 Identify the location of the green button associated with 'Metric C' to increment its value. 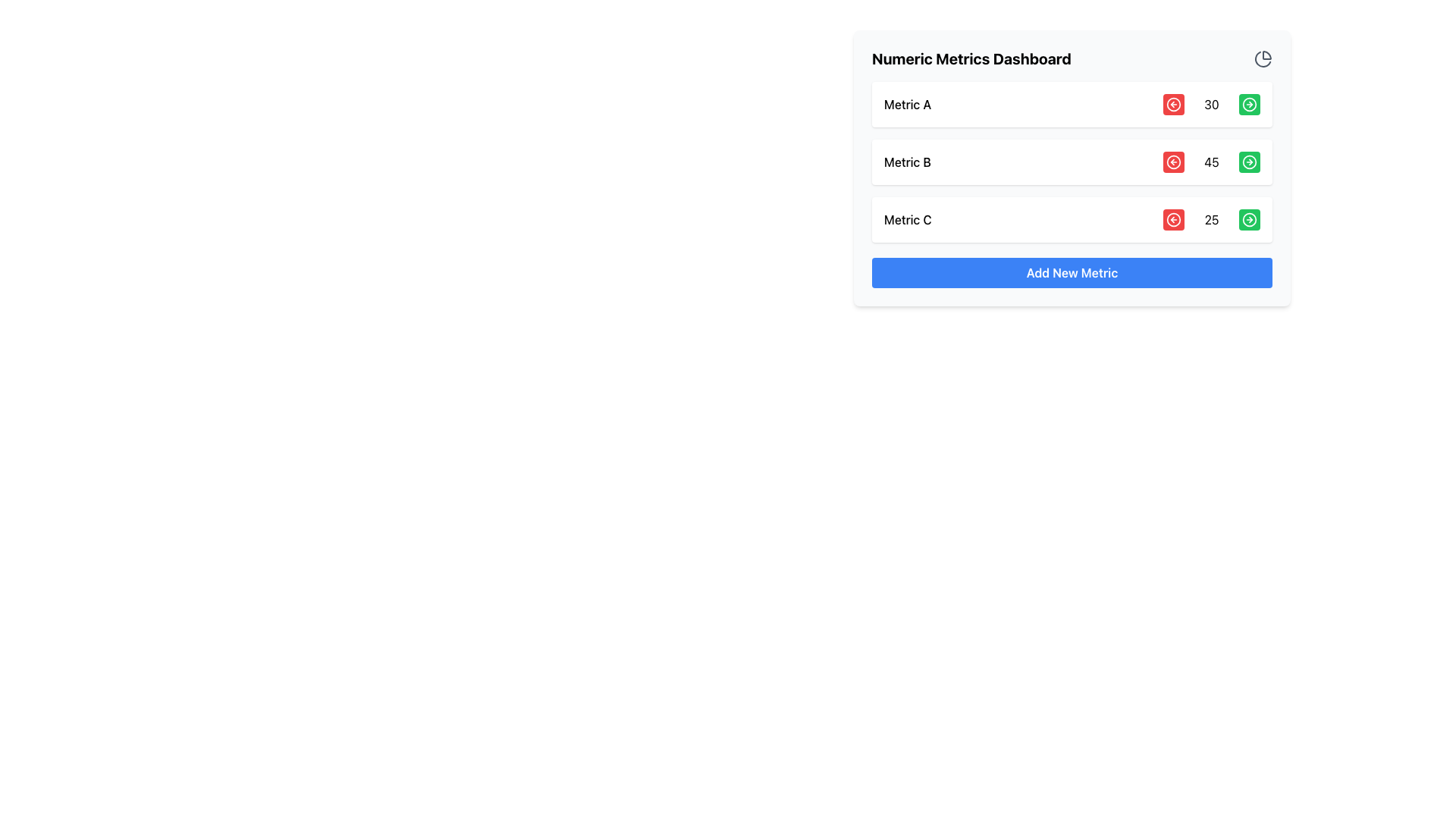
(1072, 219).